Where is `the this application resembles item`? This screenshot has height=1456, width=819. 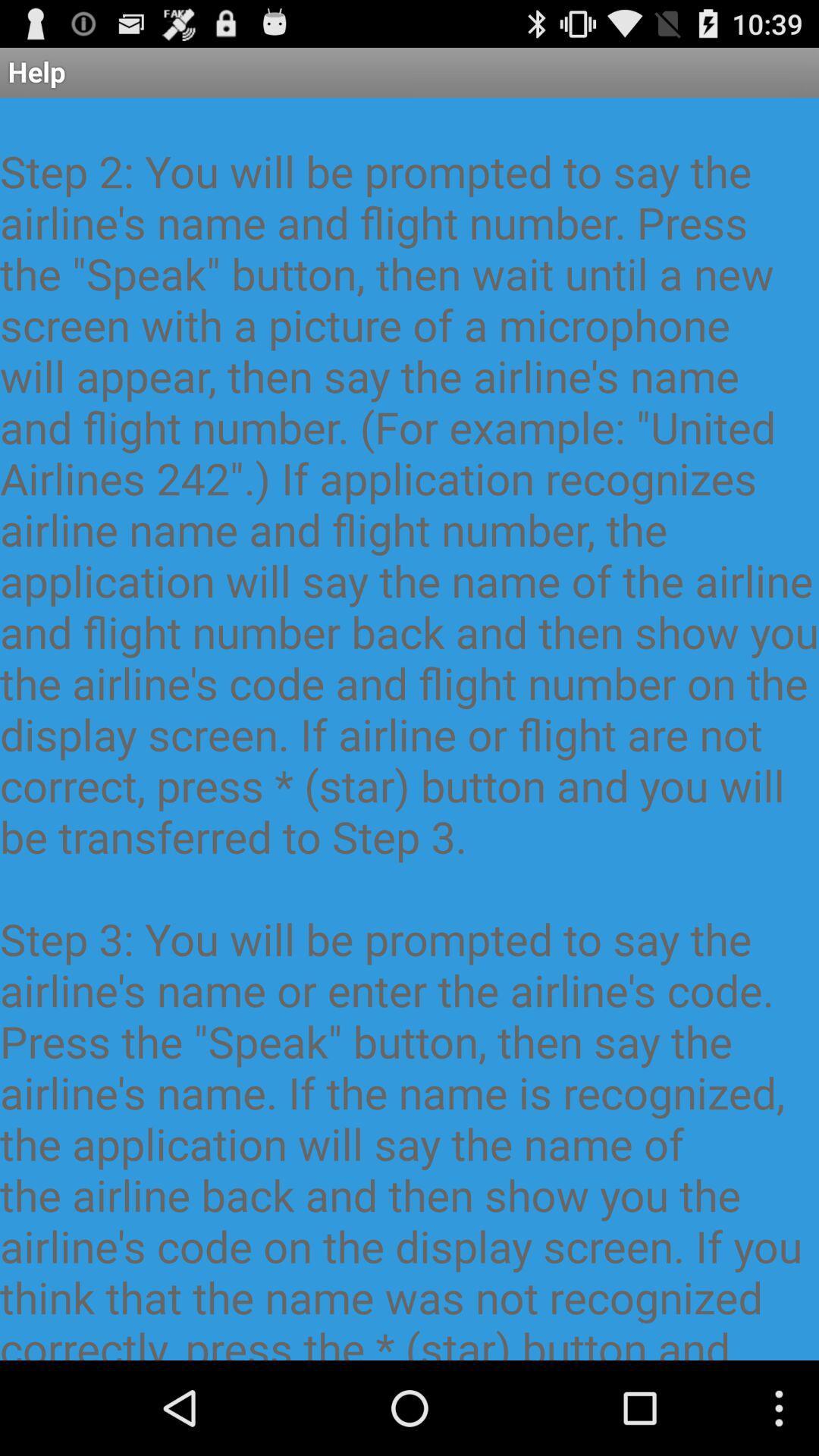
the this application resembles item is located at coordinates (409, 729).